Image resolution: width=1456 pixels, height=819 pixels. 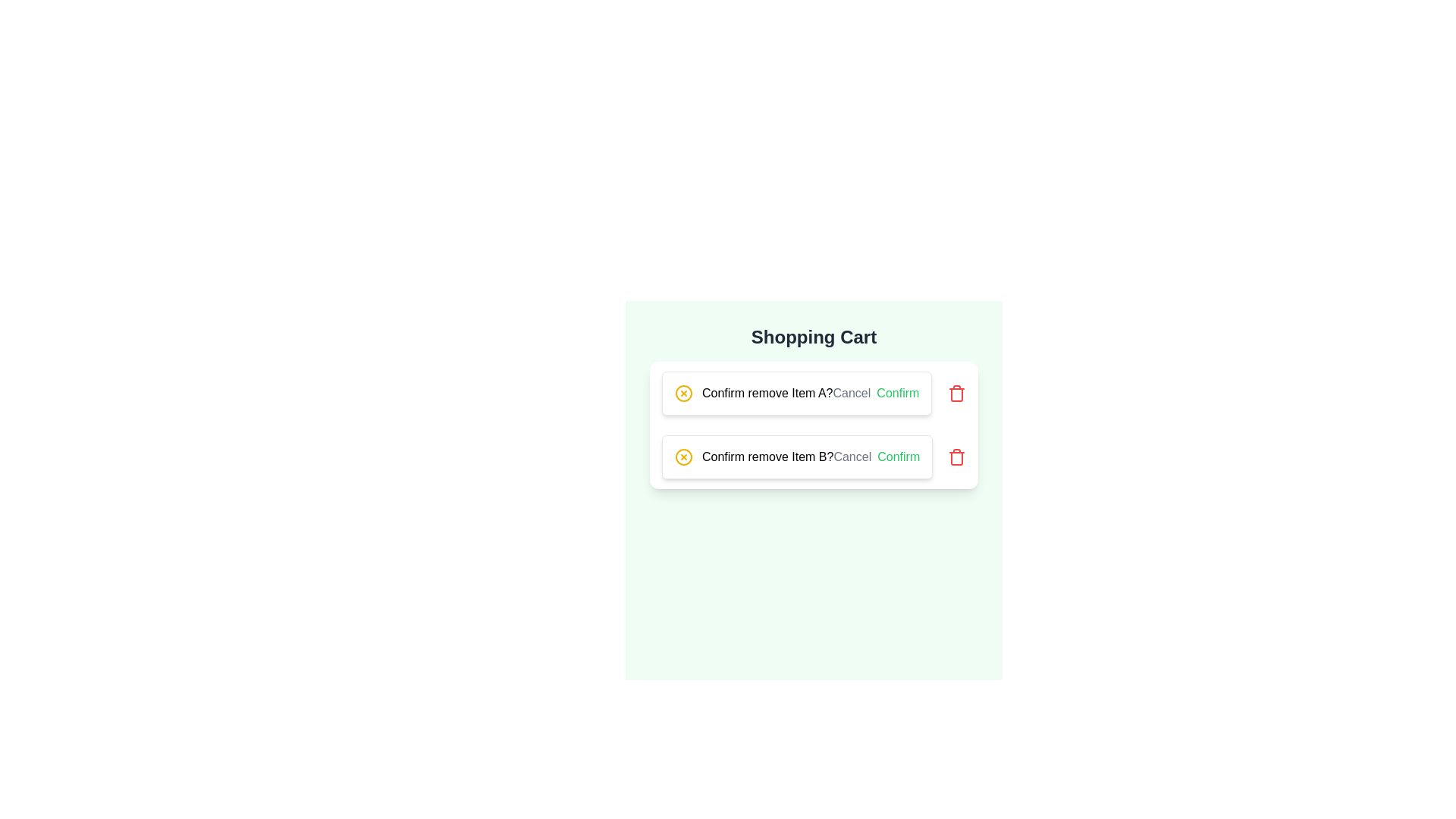 I want to click on the text label that identifies 'Item B' within the shopping cart, located in the second row, adjacent to the price label, so click(x=682, y=456).